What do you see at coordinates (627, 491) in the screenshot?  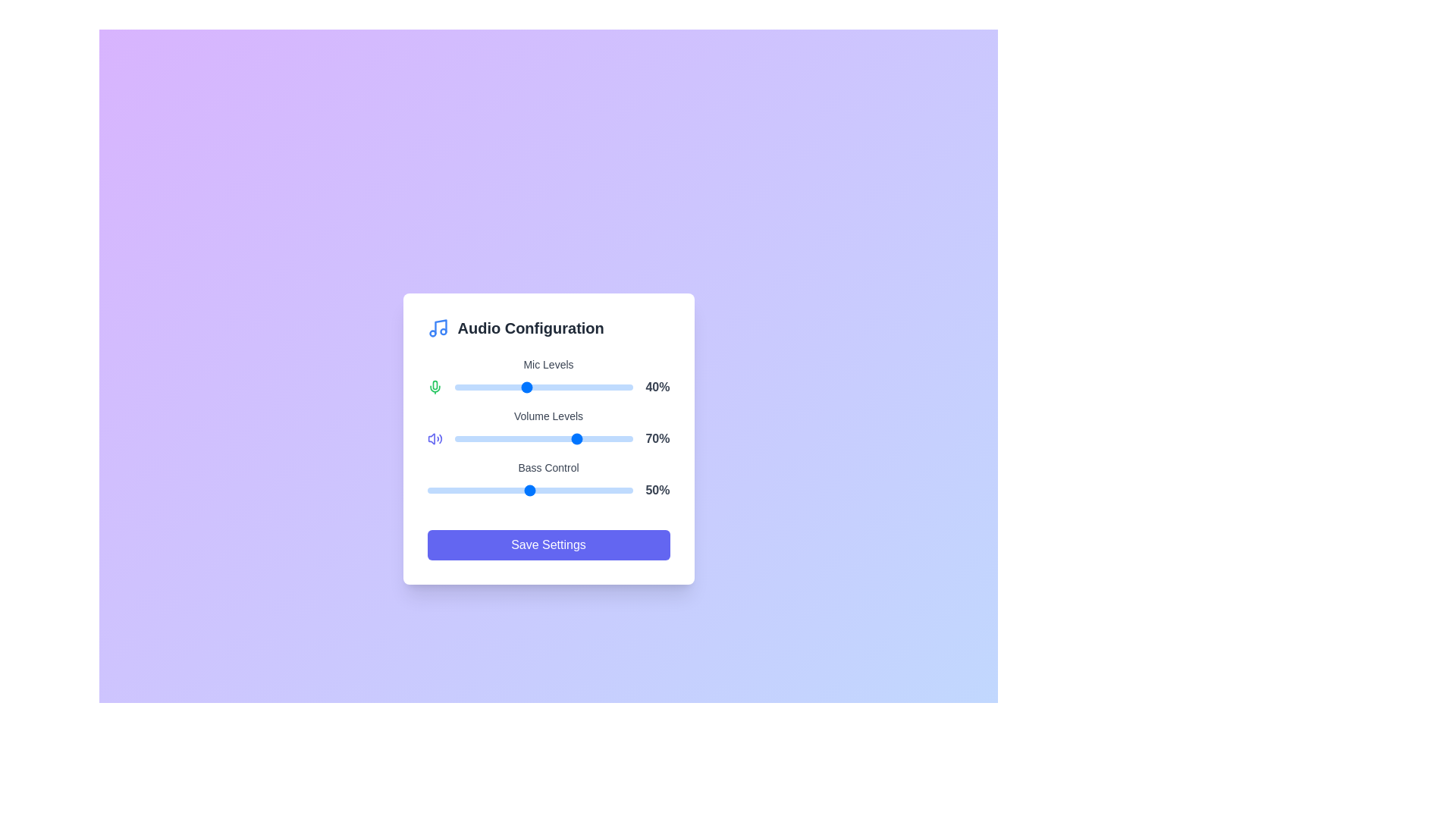 I see `the Bass Control slider to 97% by dragging the slider` at bounding box center [627, 491].